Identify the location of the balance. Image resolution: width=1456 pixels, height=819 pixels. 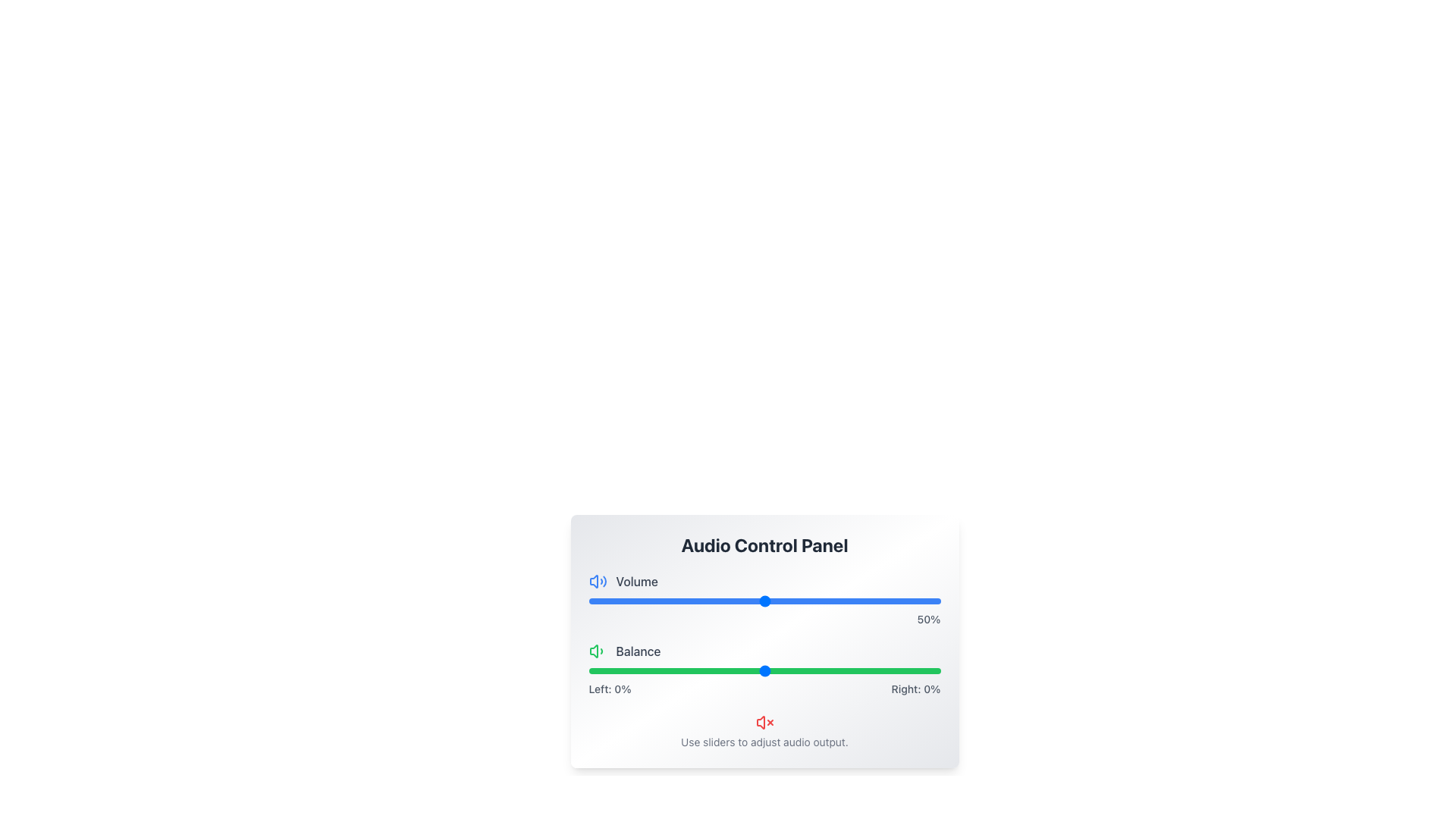
(852, 670).